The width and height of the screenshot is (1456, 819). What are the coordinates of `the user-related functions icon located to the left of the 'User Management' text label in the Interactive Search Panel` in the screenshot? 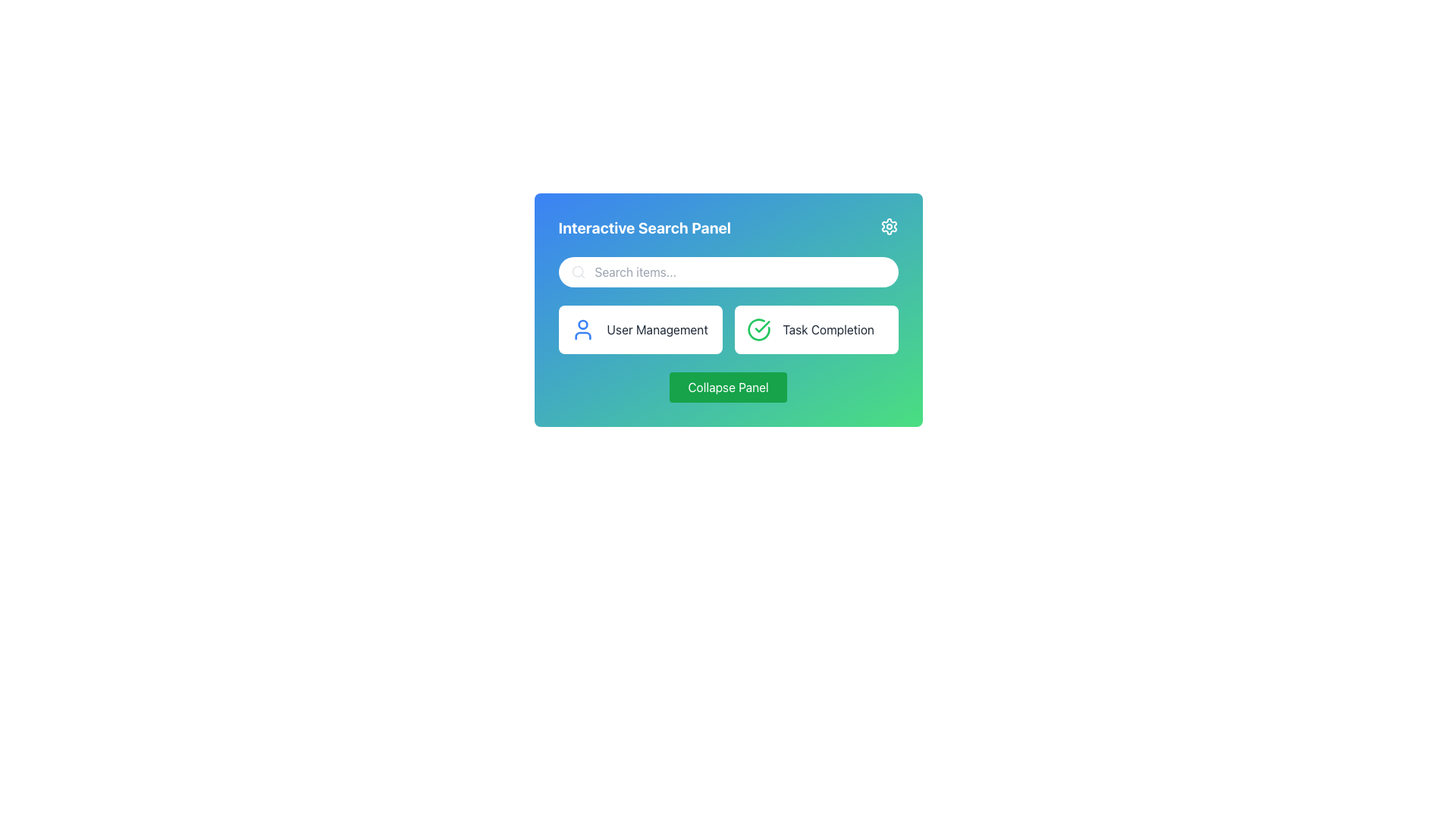 It's located at (582, 329).